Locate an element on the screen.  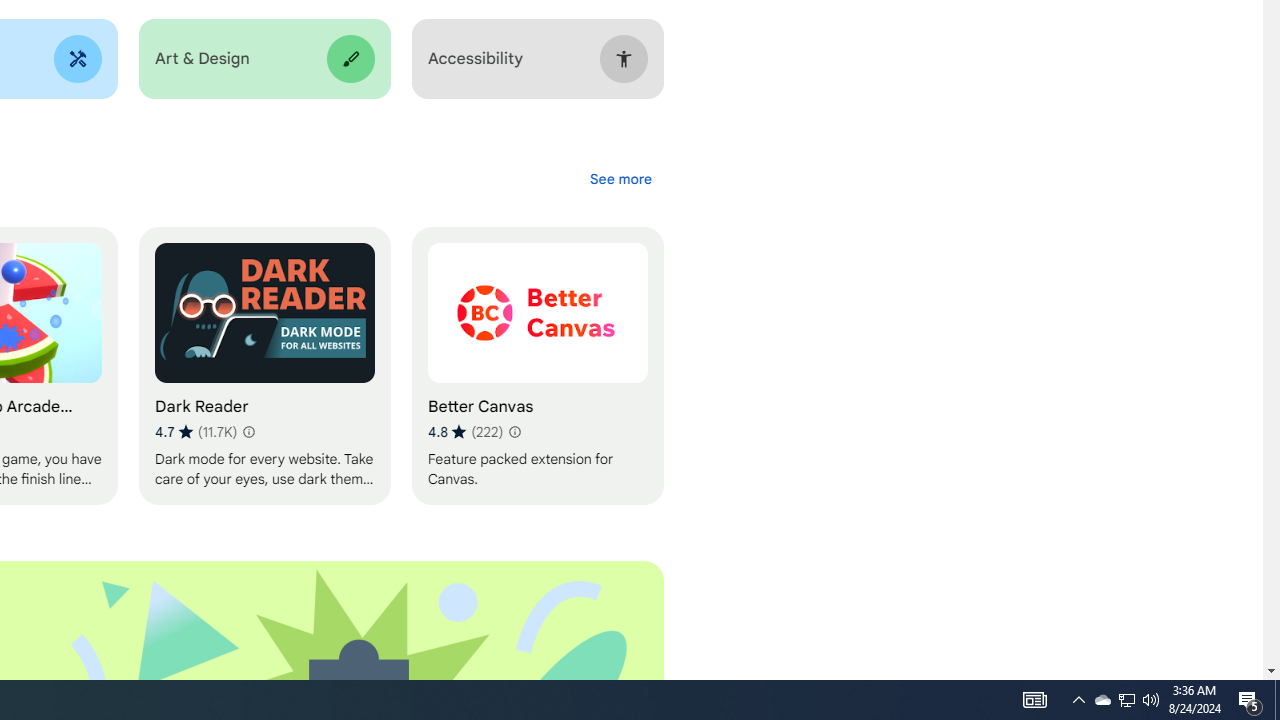
'Learn more about results and reviews "Dark Reader"' is located at coordinates (246, 431).